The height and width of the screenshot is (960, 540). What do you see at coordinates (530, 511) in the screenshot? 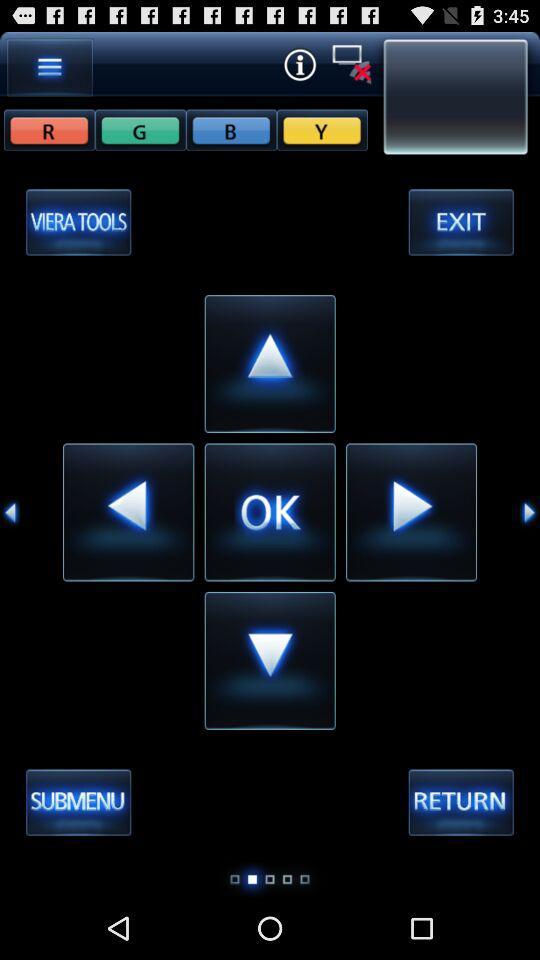
I see `the right scroll` at bounding box center [530, 511].